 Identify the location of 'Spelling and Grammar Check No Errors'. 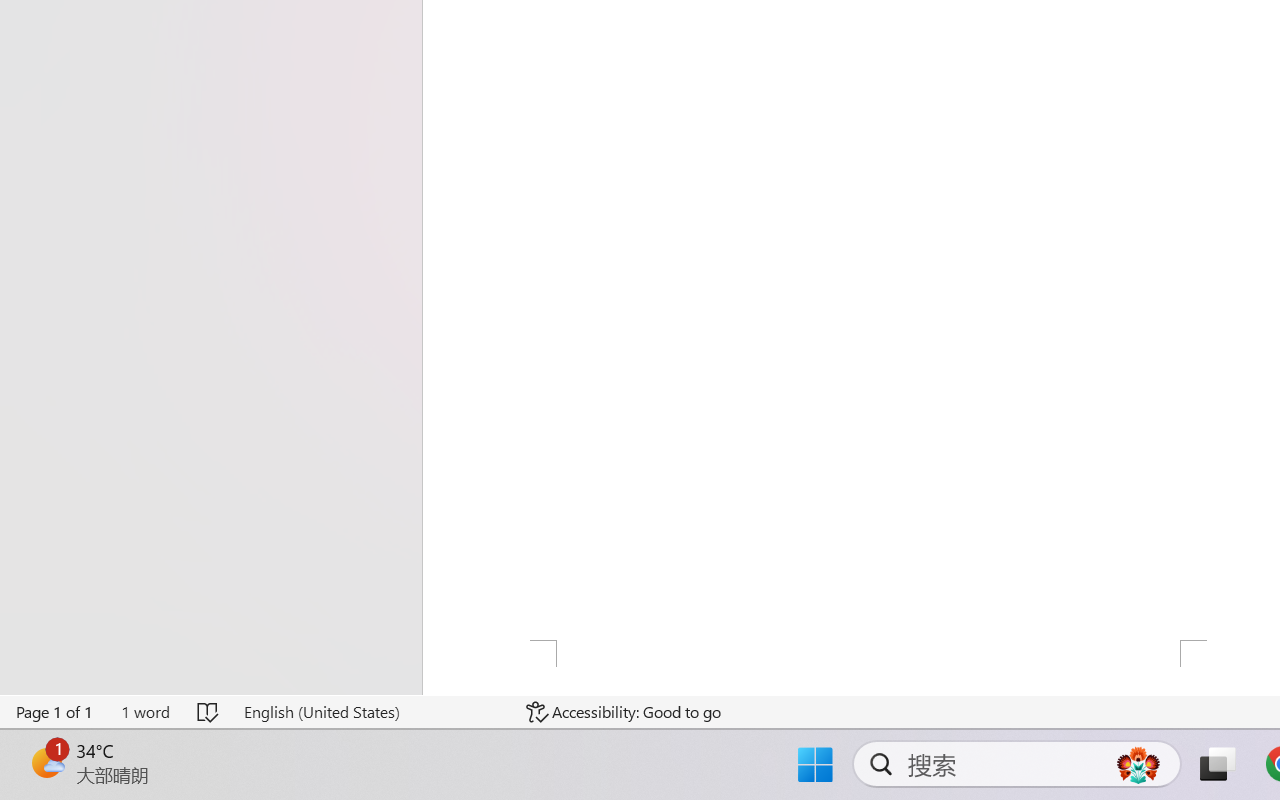
(209, 711).